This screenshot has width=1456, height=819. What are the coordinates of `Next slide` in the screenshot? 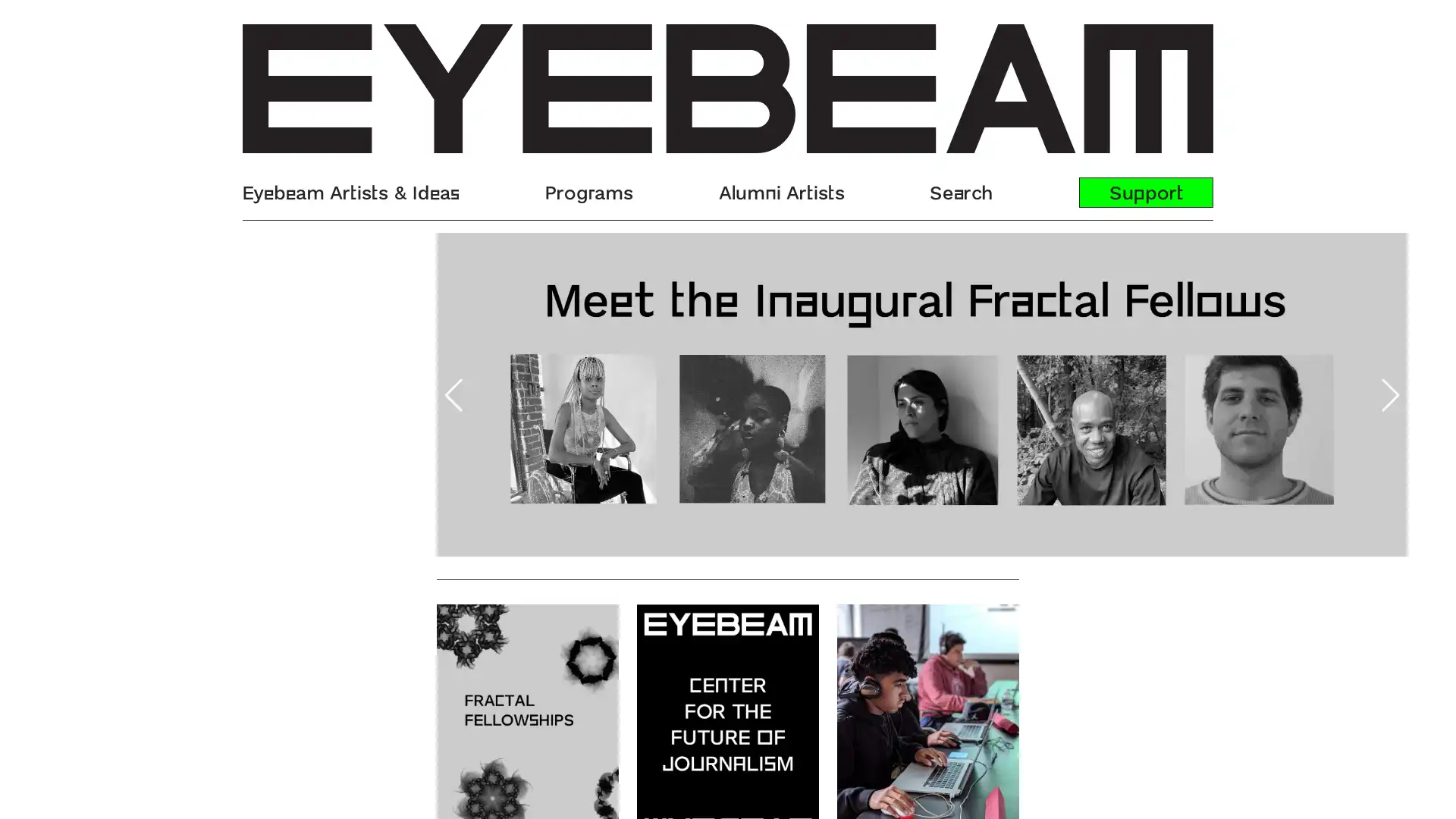 It's located at (1194, 394).